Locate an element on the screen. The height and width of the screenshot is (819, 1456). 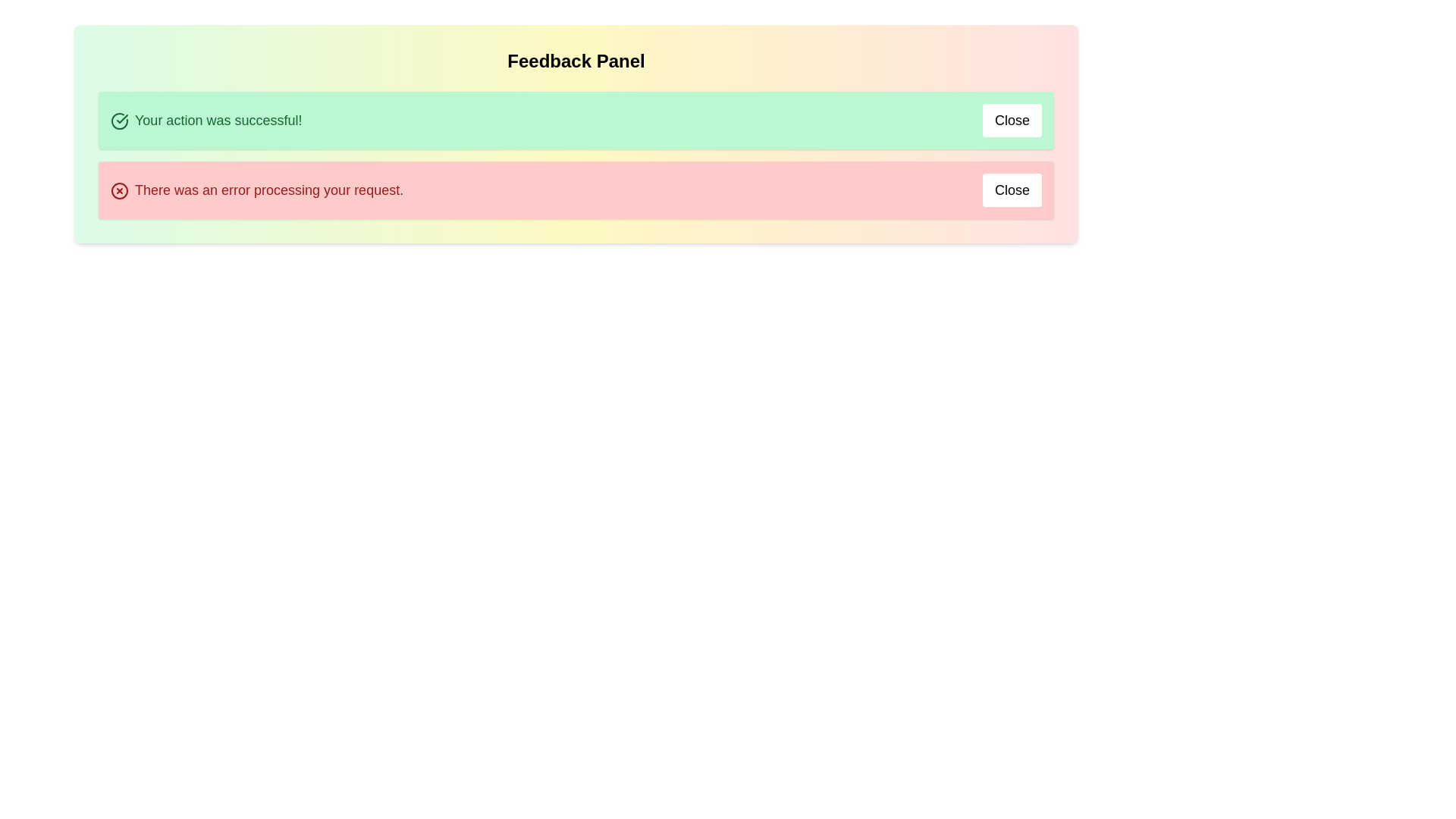
the 'Close' button which is a rectangular button with rounded edges, white background, and black text, located on the right side of a green notification bar that says 'Your action was successful!' is located at coordinates (1012, 119).